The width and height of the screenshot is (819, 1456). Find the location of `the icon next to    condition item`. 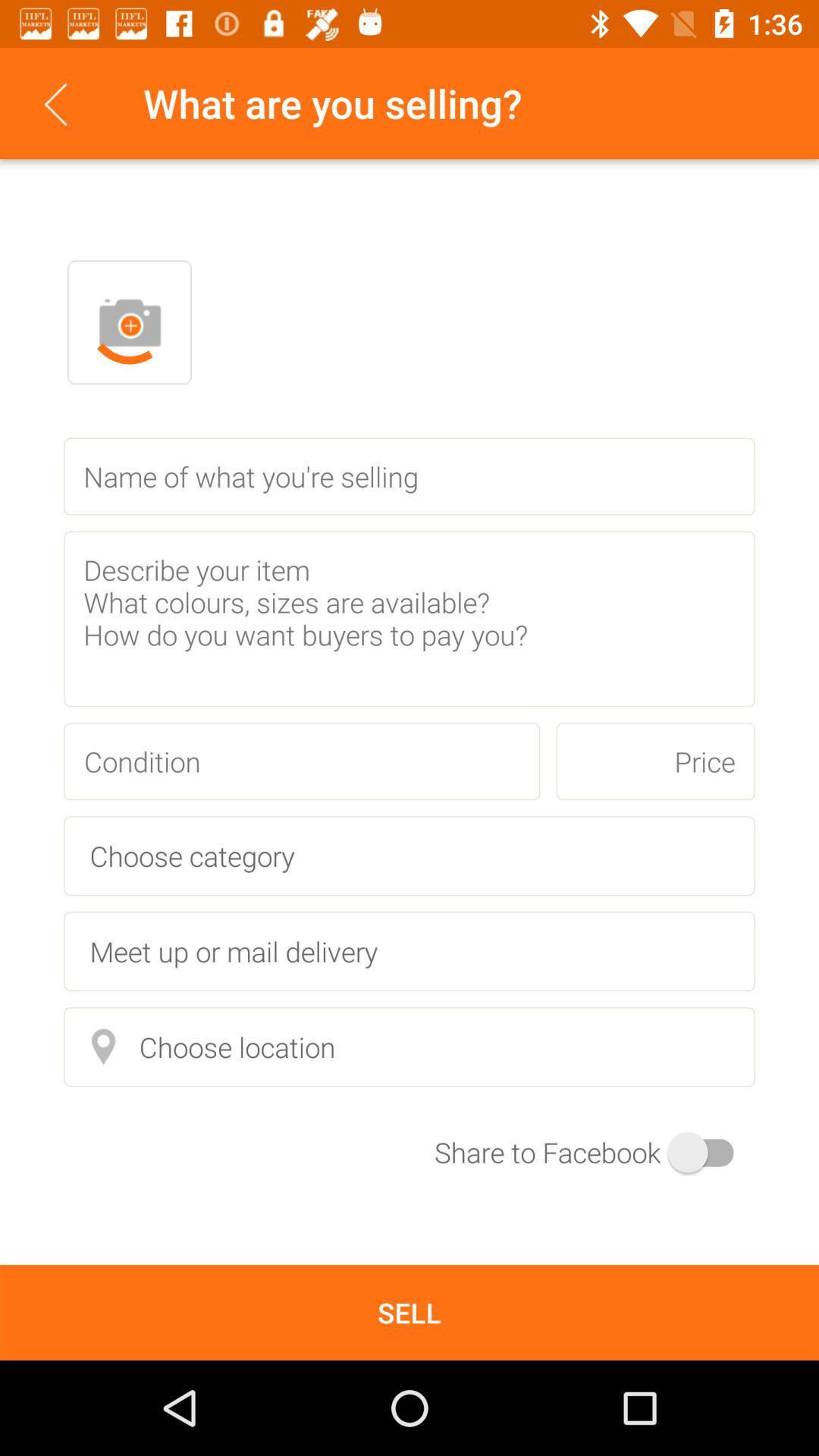

the icon next to    condition item is located at coordinates (654, 761).